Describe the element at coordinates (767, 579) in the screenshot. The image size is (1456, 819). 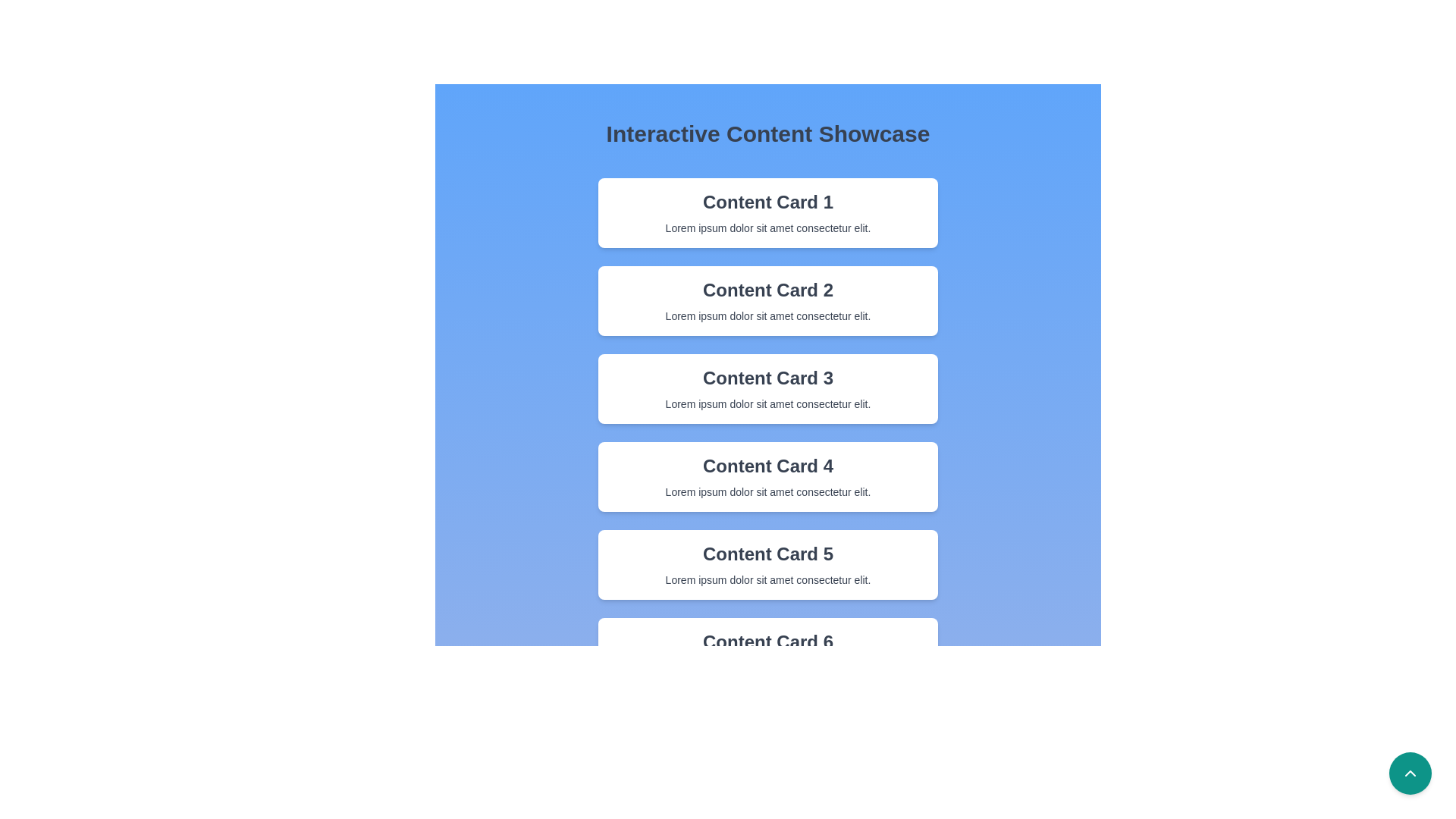
I see `the text label displaying 'Lorem ipsum dolor sit amet consectetur elit.' located at the bottom of 'Content Card 5'` at that location.